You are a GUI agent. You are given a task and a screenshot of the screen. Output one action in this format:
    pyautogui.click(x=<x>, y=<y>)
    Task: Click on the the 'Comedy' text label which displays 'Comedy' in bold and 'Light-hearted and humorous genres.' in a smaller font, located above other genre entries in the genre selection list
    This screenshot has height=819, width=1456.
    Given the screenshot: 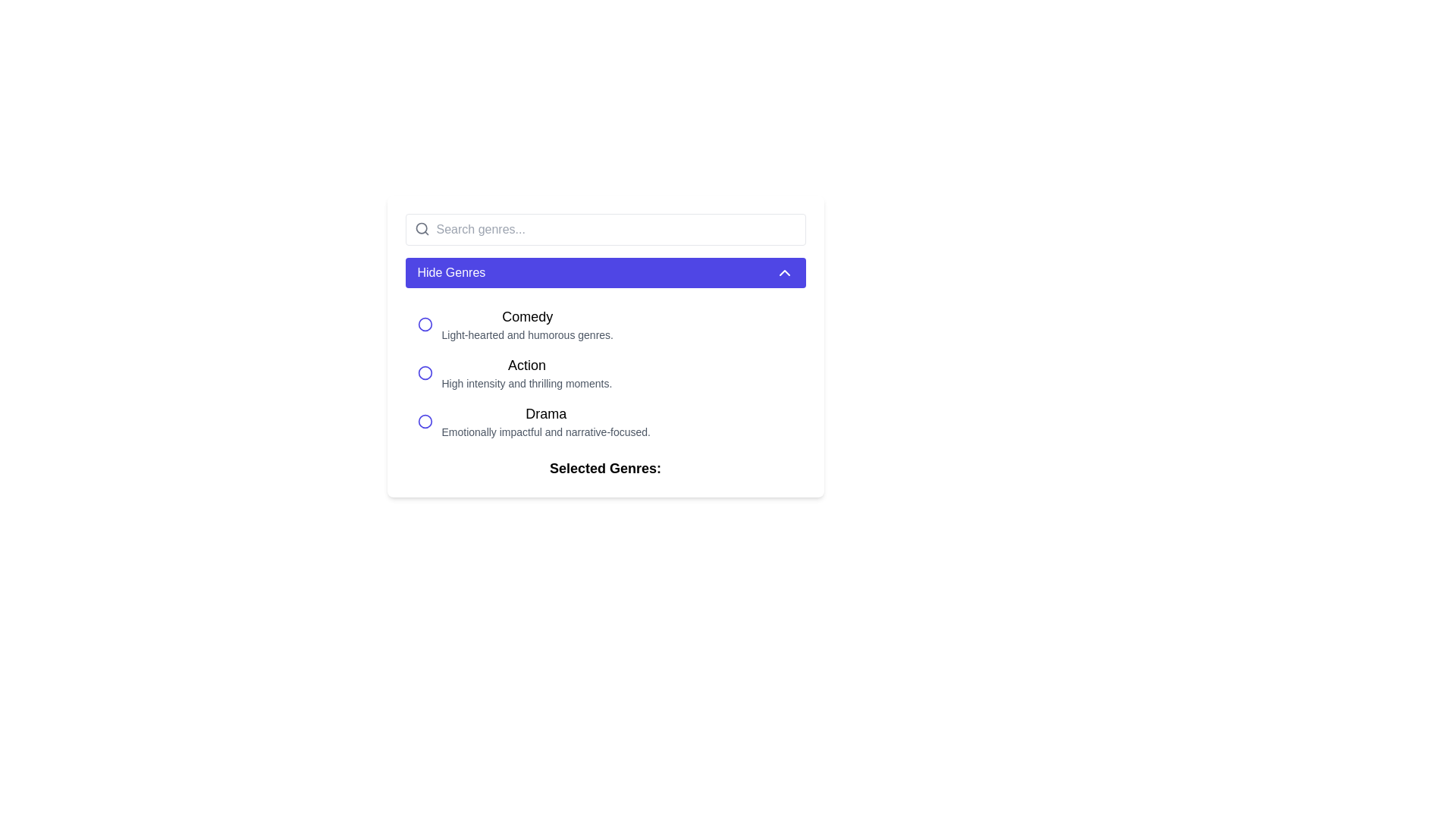 What is the action you would take?
    pyautogui.click(x=527, y=324)
    